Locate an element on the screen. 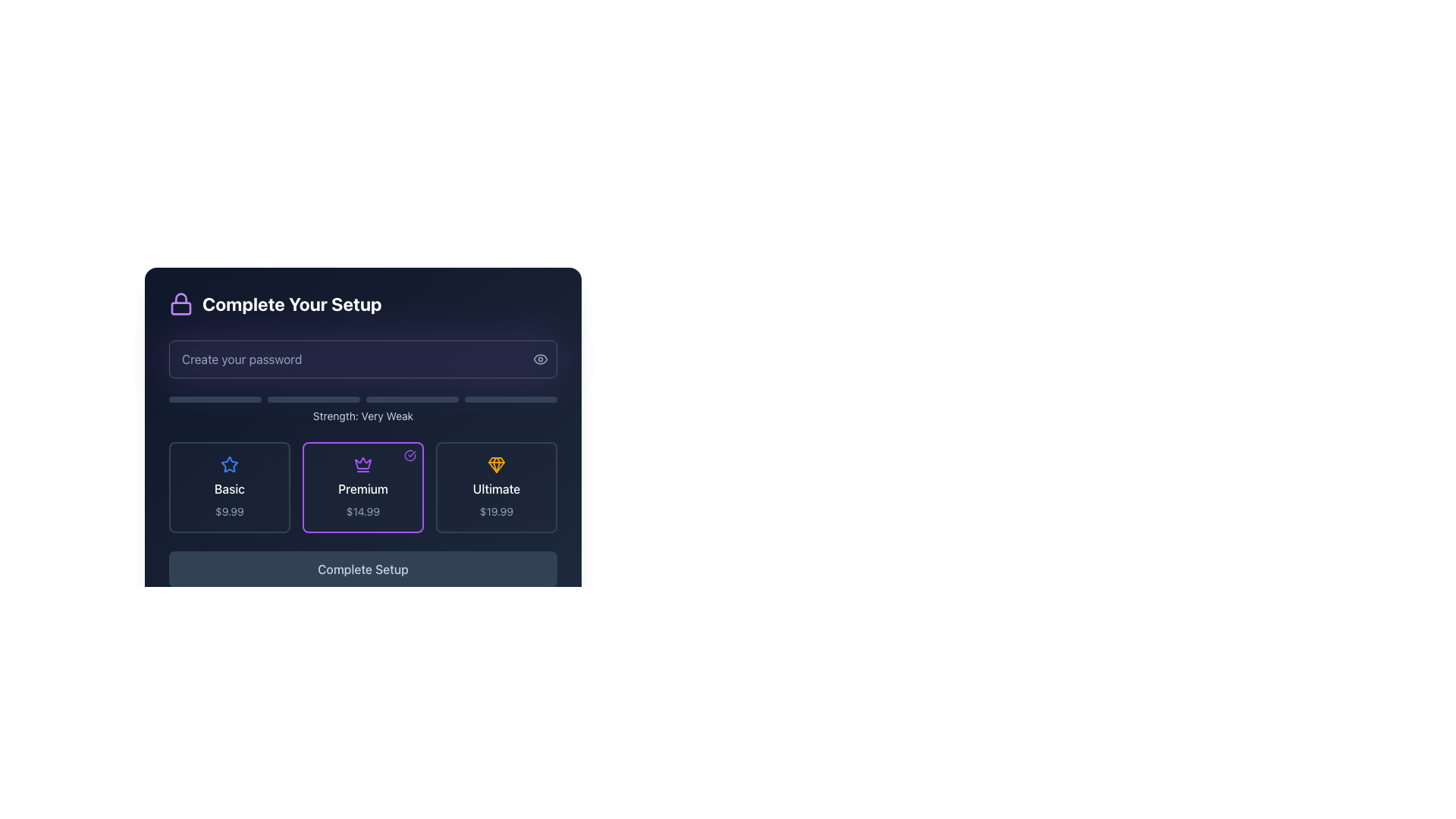 The image size is (1456, 819). the text label displaying the price "$9.99" in the grayish-blue color, located within the "Basic" plan card, positioned below the label "Basic" and aligned centrally is located at coordinates (228, 512).